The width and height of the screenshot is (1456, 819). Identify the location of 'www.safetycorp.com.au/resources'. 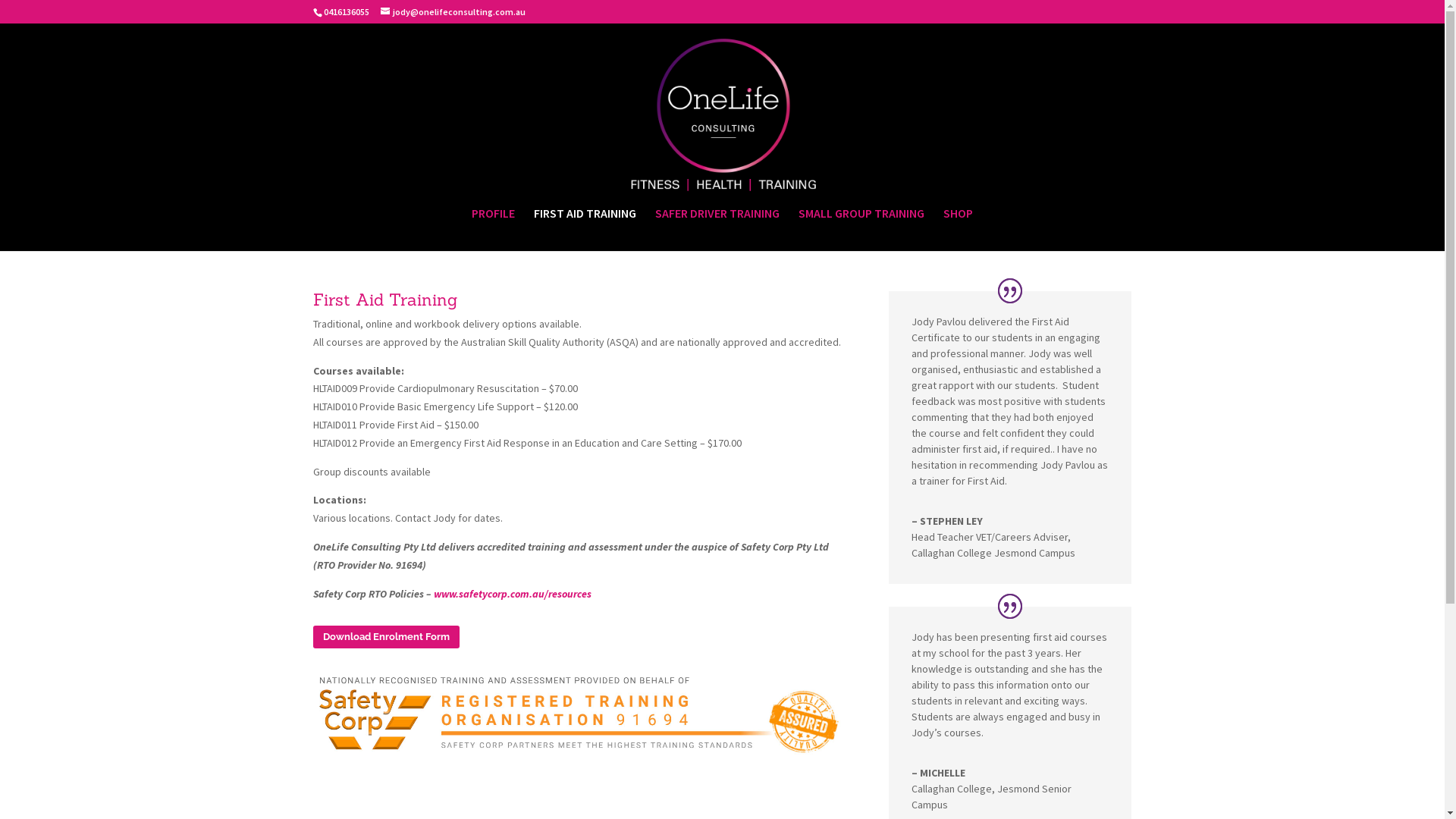
(513, 593).